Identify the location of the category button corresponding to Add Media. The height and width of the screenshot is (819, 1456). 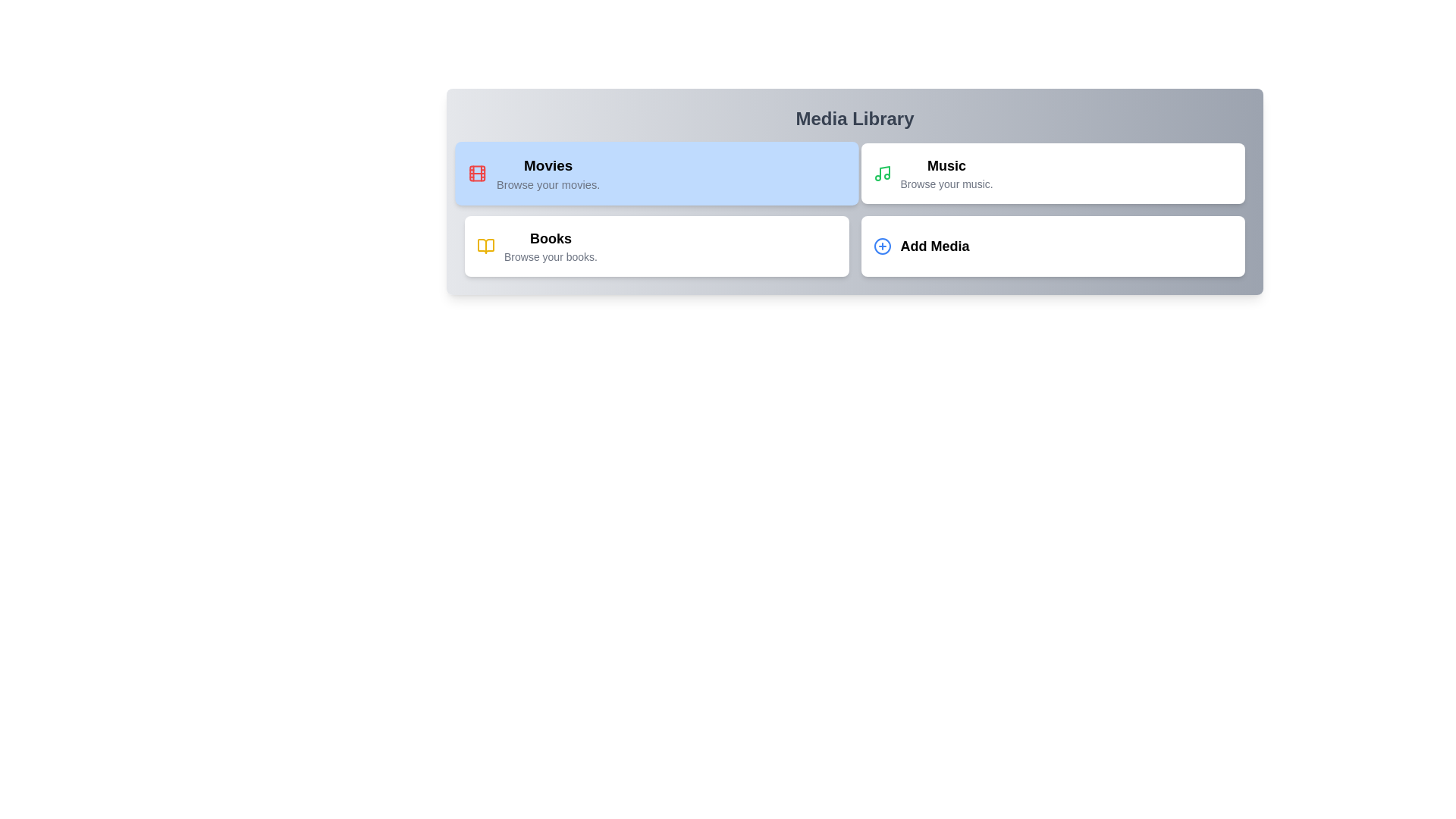
(1051, 245).